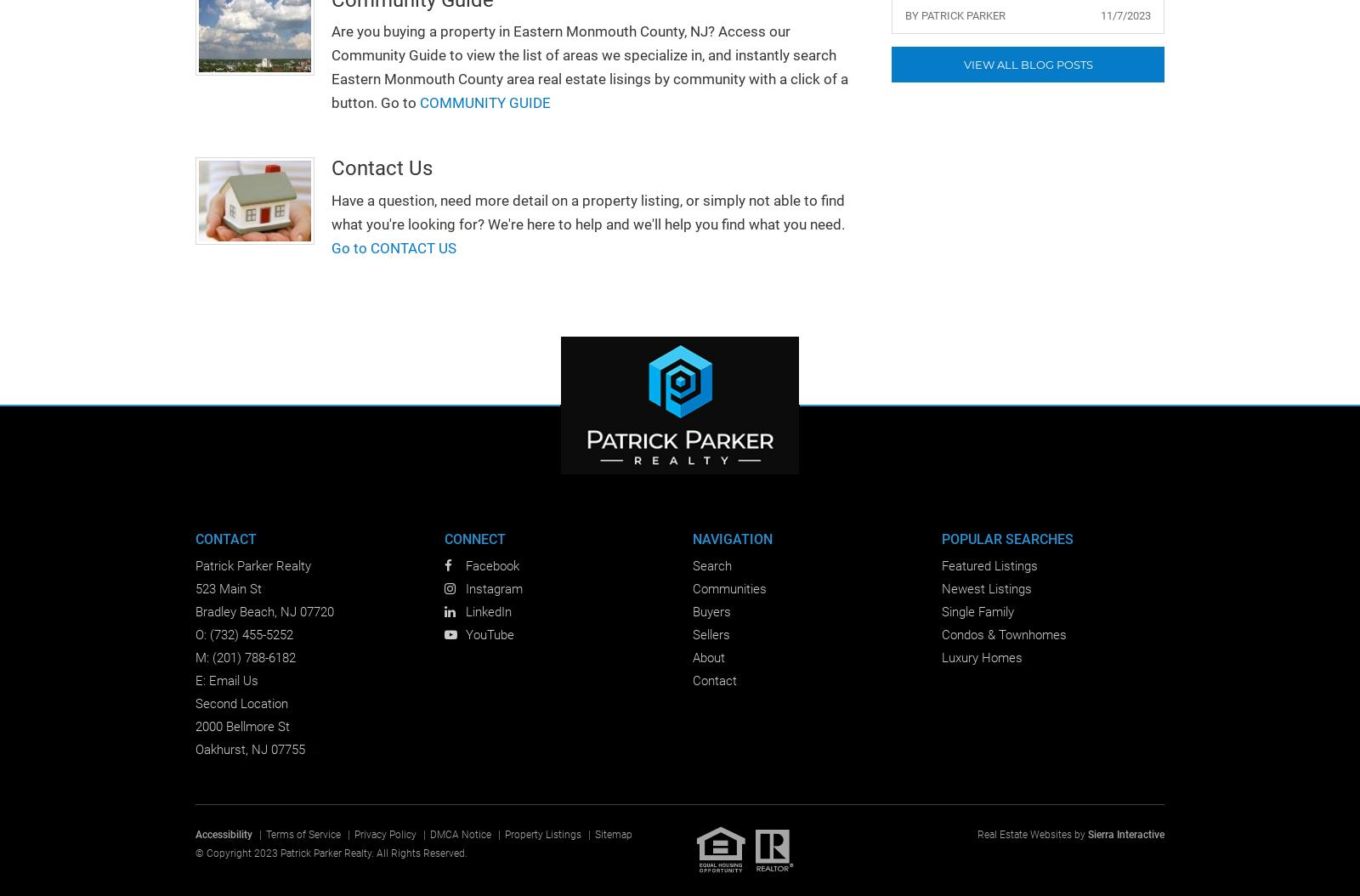 This screenshot has width=1360, height=896. Describe the element at coordinates (264, 610) in the screenshot. I see `'Bradley Beach, NJ 07720'` at that location.